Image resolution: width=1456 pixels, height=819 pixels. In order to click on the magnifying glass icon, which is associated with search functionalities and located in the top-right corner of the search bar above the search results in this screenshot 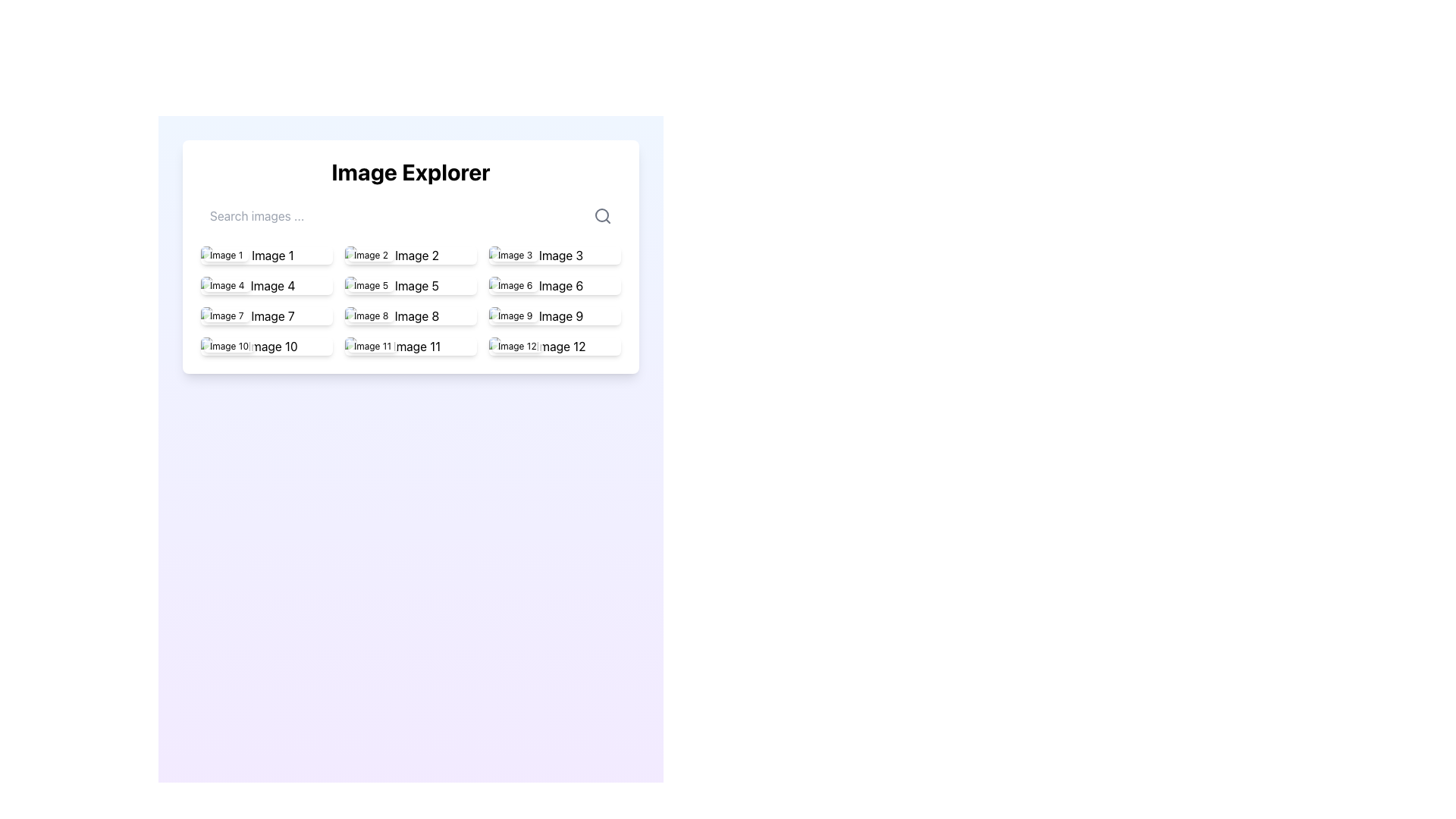, I will do `click(602, 216)`.